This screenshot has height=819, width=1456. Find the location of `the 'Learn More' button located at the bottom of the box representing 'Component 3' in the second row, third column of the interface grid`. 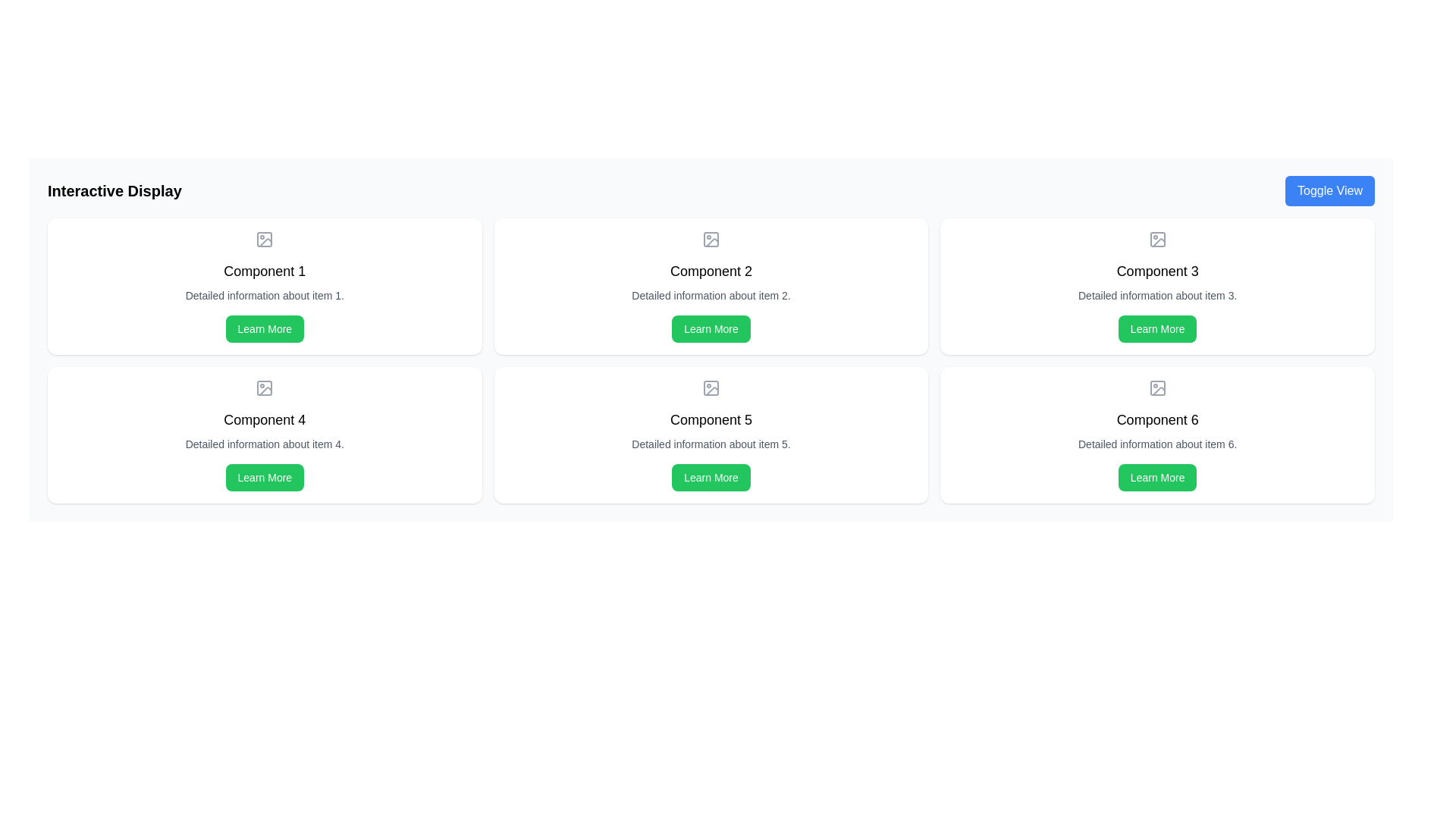

the 'Learn More' button located at the bottom of the box representing 'Component 3' in the second row, third column of the interface grid is located at coordinates (1156, 328).